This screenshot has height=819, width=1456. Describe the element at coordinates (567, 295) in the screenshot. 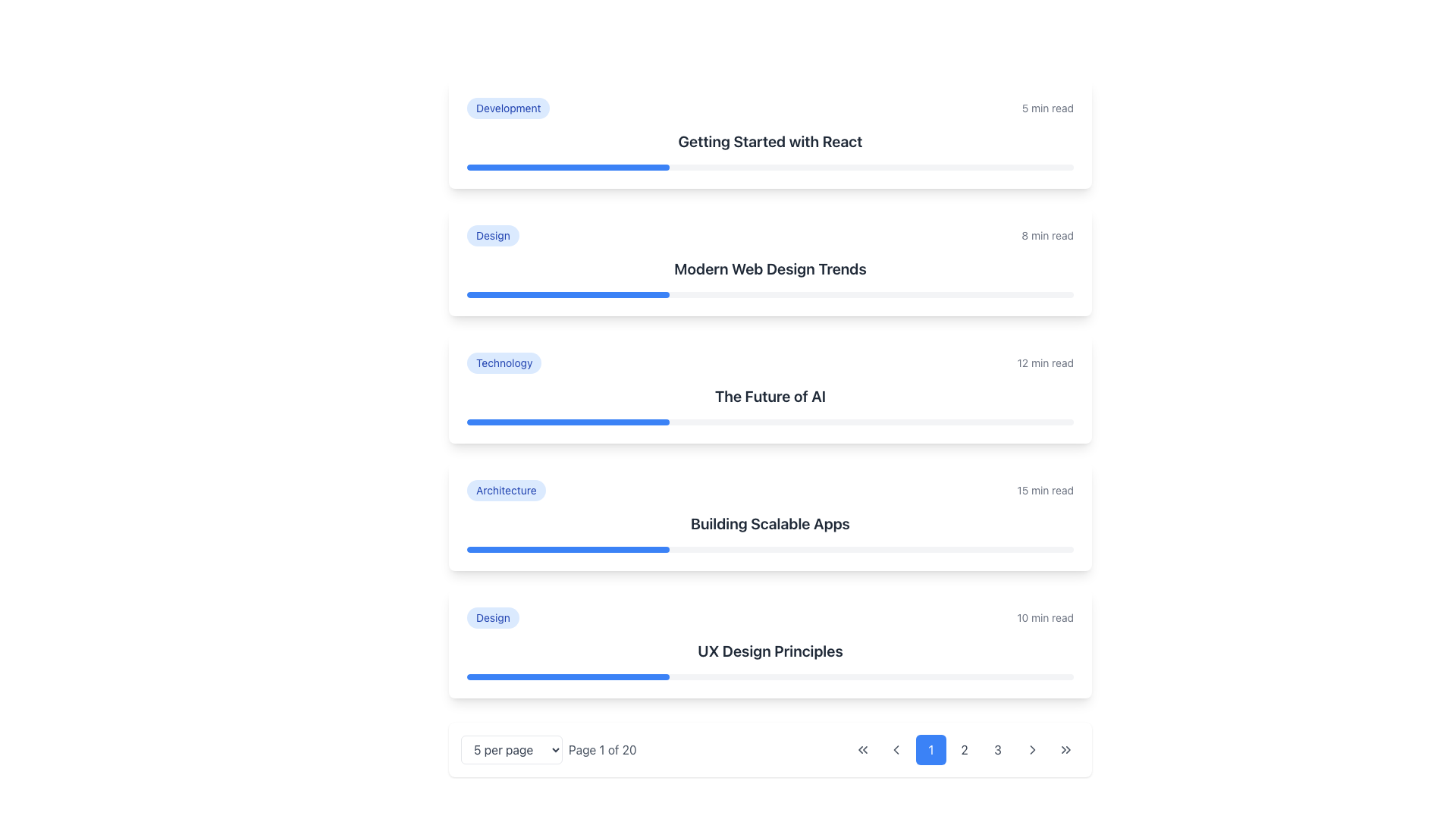

I see `the visual state of the filled part of the progress bar indicating progress for the 'Modern Web Design Trends' section` at that location.